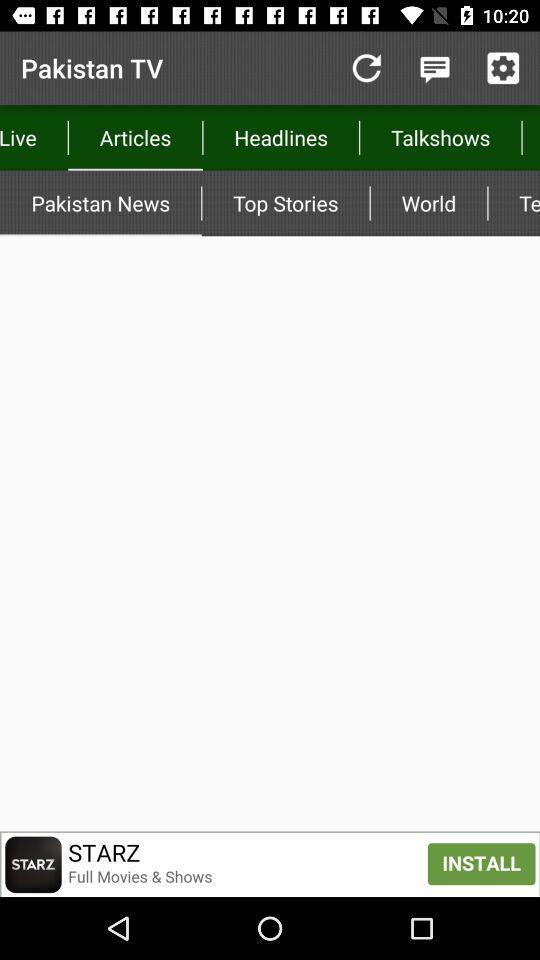 The height and width of the screenshot is (960, 540). What do you see at coordinates (270, 863) in the screenshot?
I see `install starz app` at bounding box center [270, 863].